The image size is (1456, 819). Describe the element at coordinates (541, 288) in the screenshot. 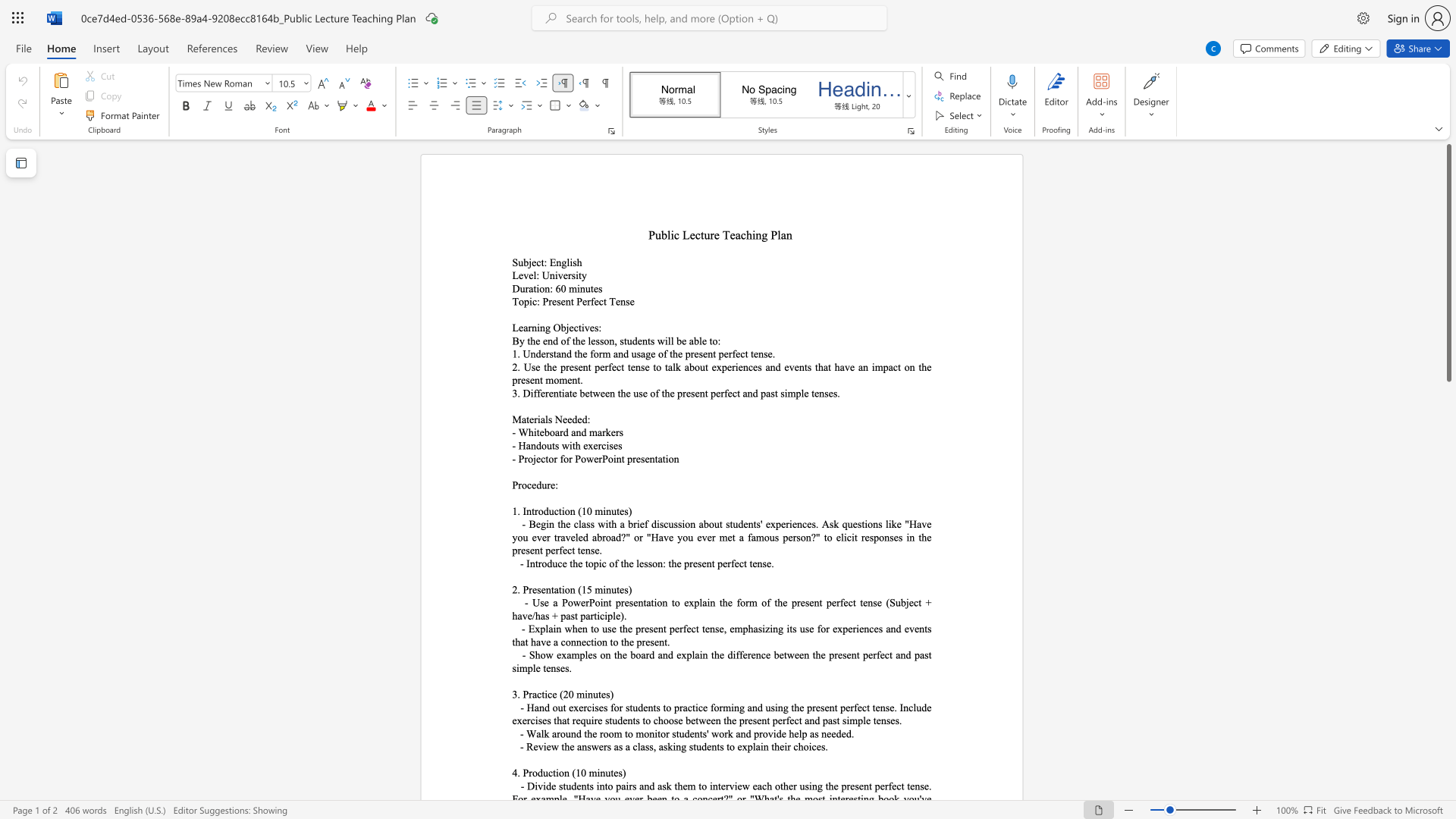

I see `the 1th character "o" in the text` at that location.